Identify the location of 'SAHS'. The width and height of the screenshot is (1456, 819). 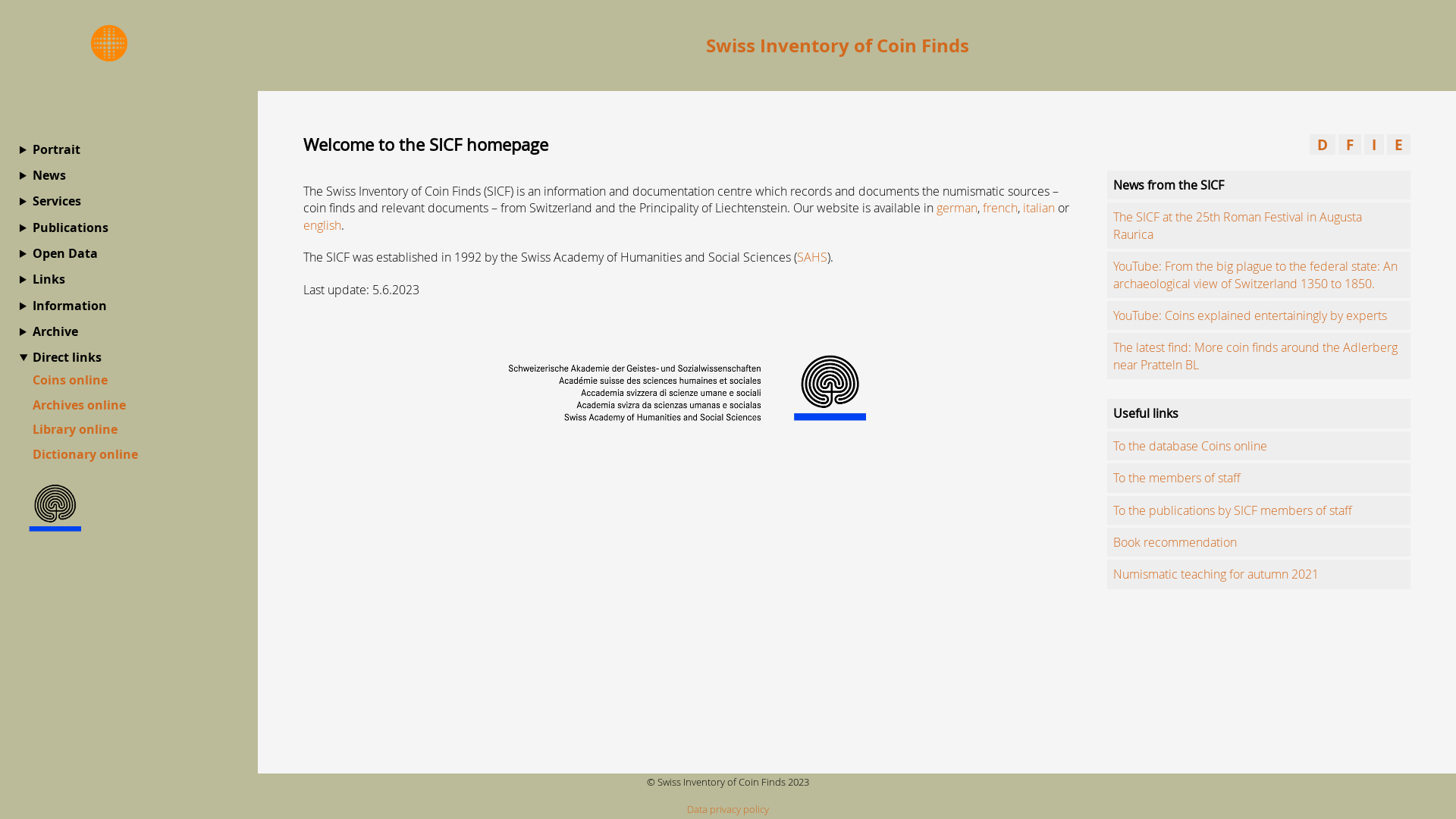
(811, 256).